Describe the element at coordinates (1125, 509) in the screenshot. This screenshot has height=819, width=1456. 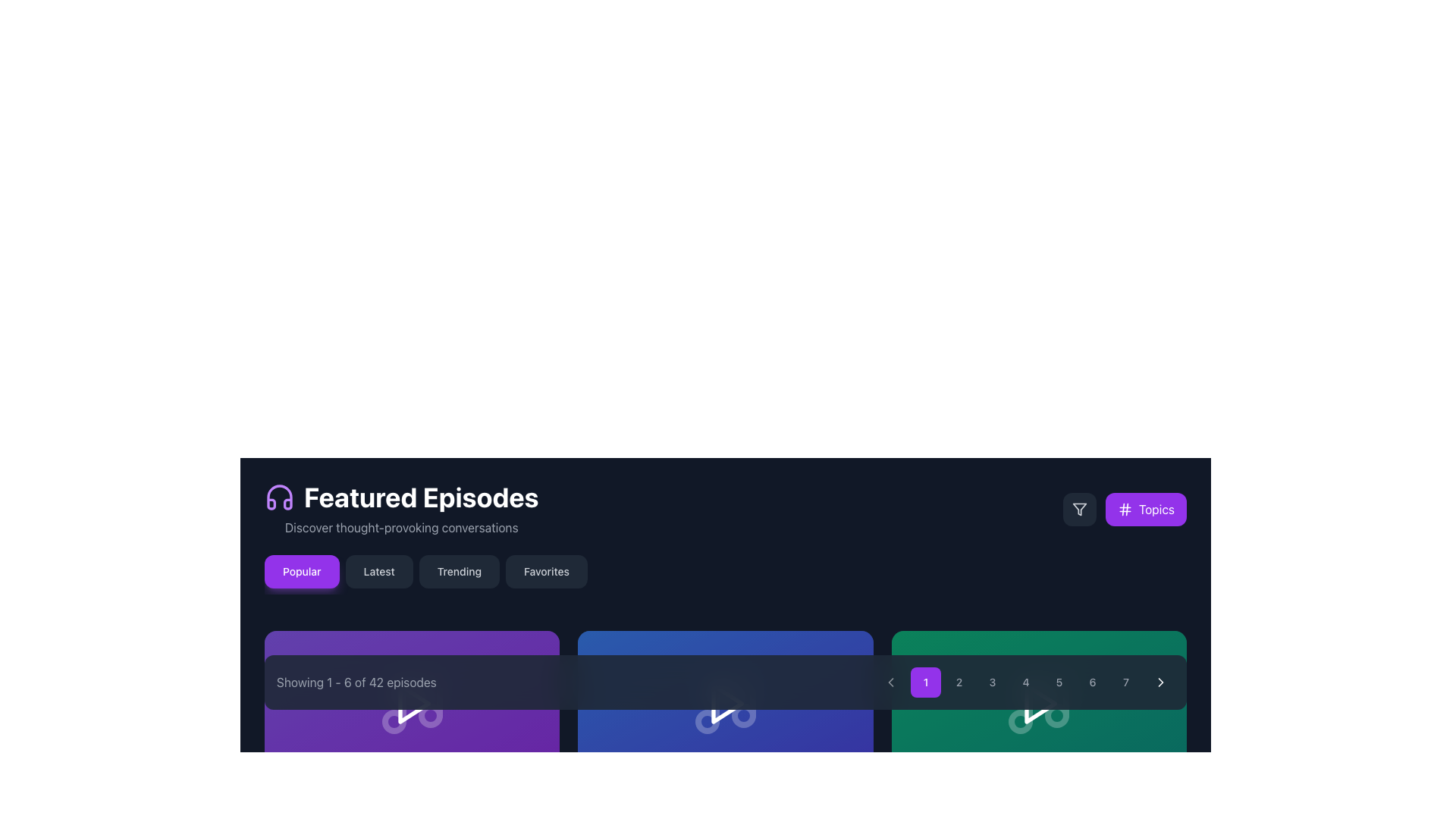
I see `the 'Topics' button with a bold purple background and white text to change its style` at that location.